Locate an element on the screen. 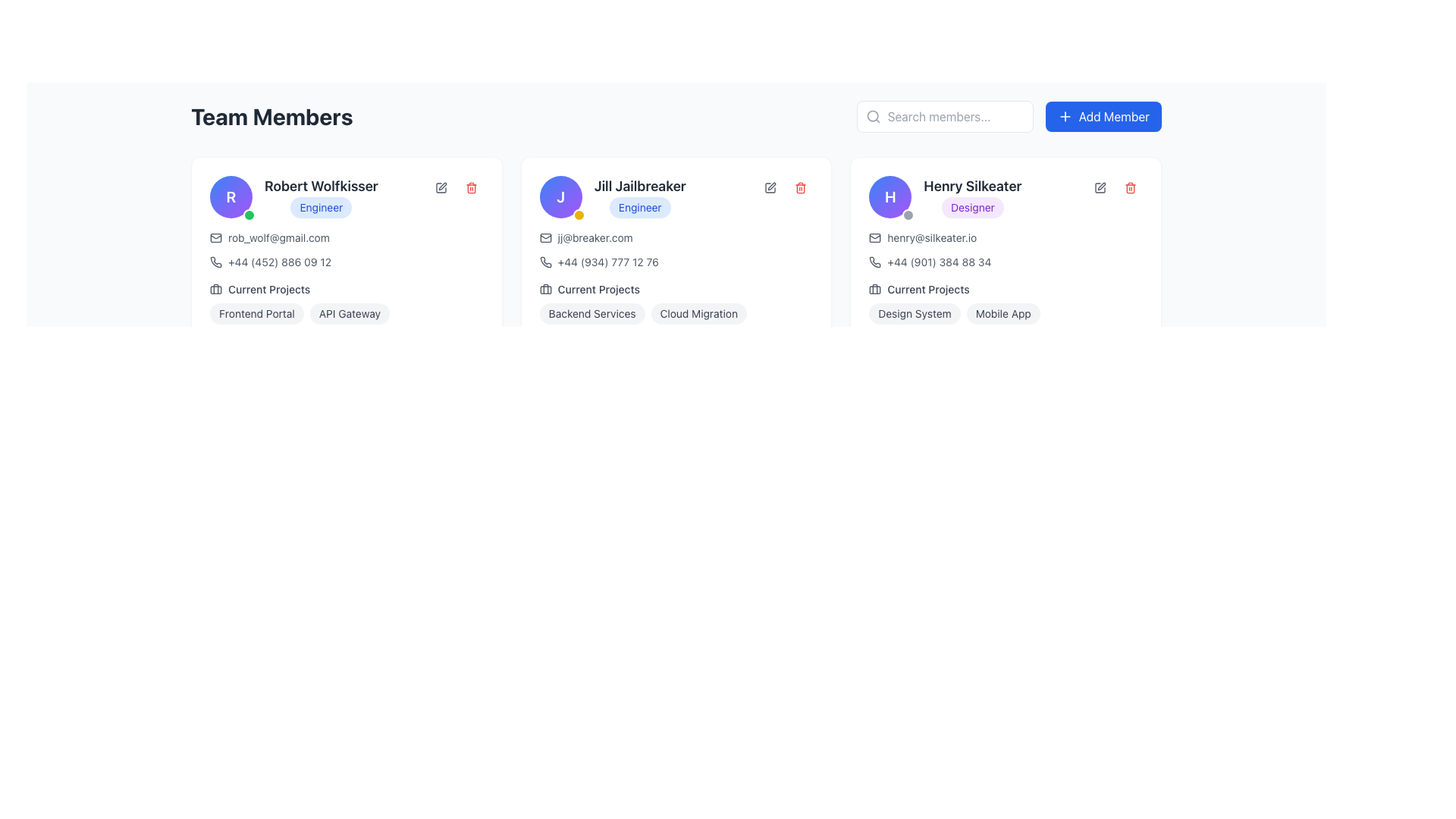 This screenshot has width=1456, height=819. the label displaying the word 'Engineer', which has a light blue background and is positioned under the user's name 'Jill Jailbreaker' in a user card layout is located at coordinates (613, 196).